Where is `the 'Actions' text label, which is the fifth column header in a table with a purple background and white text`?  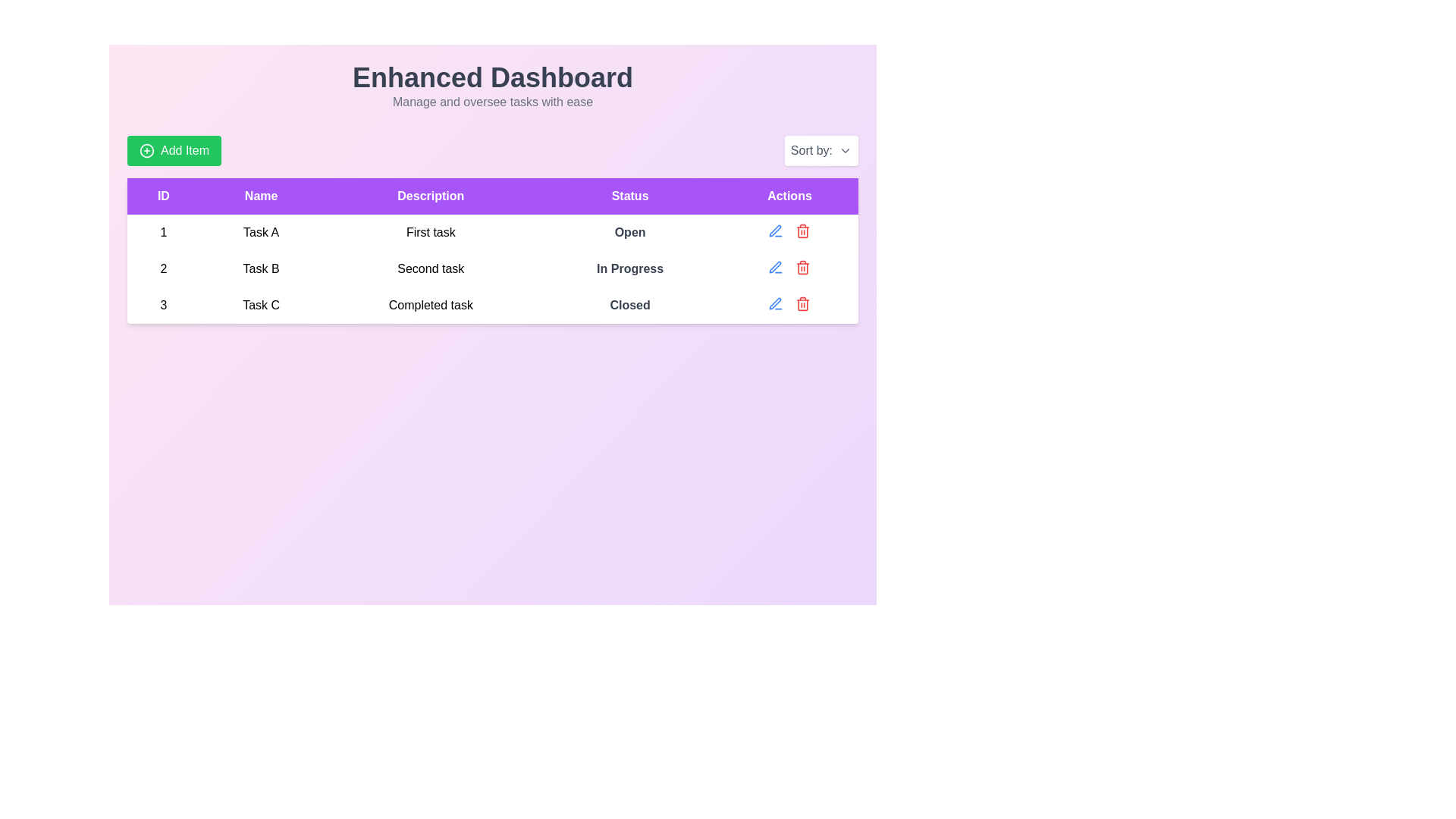 the 'Actions' text label, which is the fifth column header in a table with a purple background and white text is located at coordinates (789, 195).